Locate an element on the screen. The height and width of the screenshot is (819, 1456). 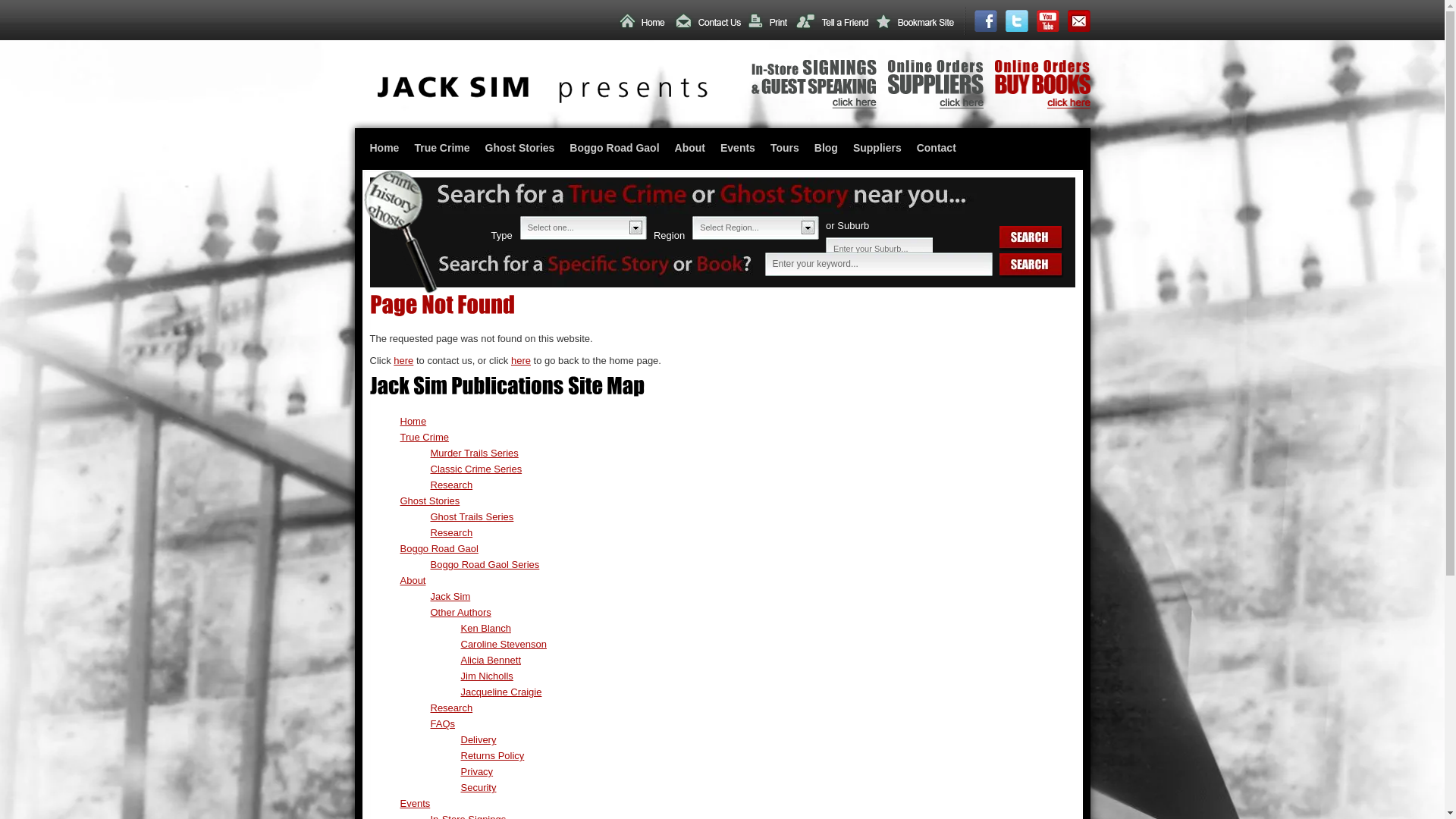
'In Store Signings & Guest Speaking' is located at coordinates (812, 104).